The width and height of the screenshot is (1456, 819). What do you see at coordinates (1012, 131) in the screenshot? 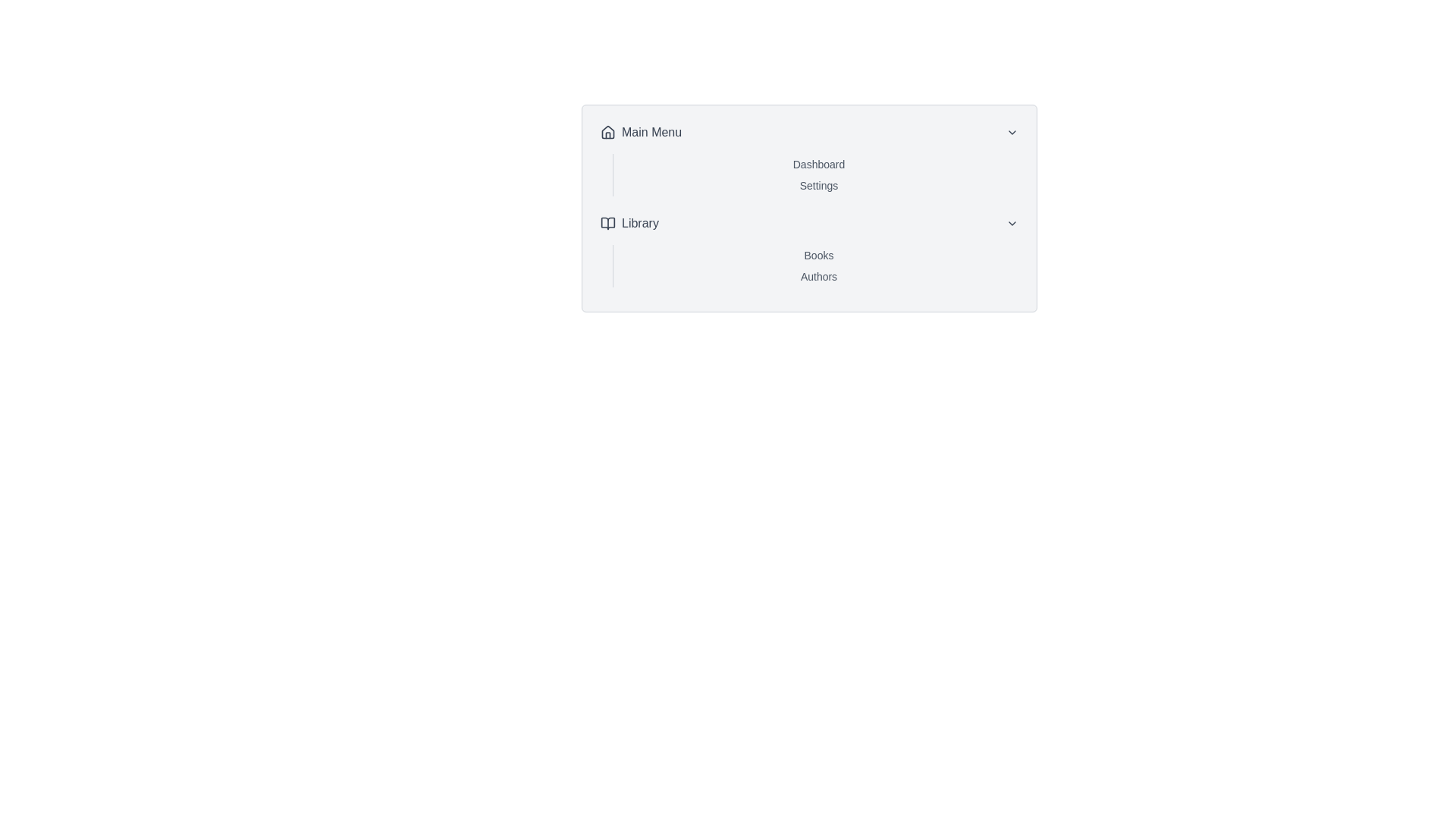
I see `the Chevron icon located at the far-right side of the 'Main Menu' list item` at bounding box center [1012, 131].